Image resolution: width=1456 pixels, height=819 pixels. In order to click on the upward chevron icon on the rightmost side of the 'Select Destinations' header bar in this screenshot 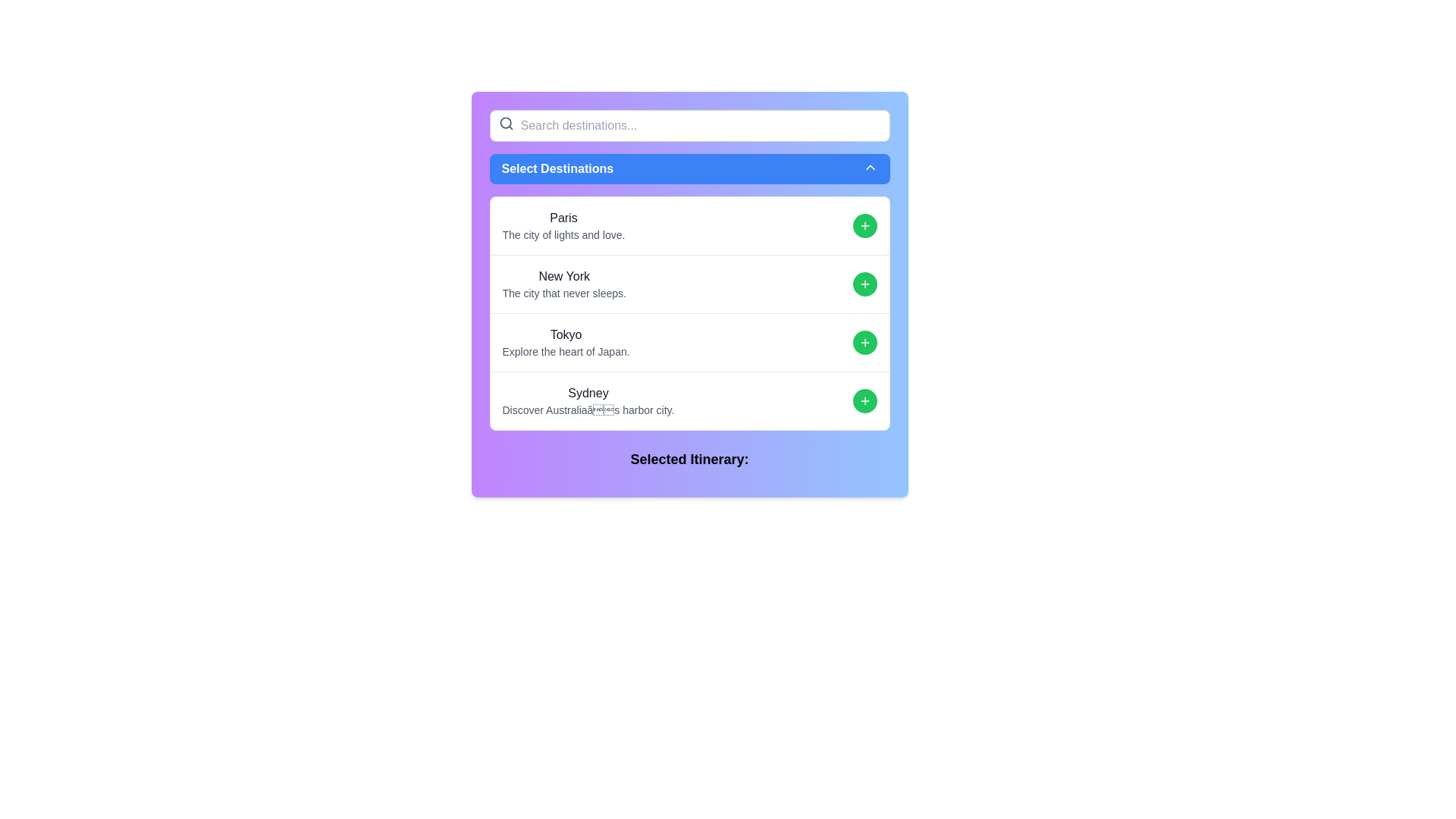, I will do `click(870, 167)`.